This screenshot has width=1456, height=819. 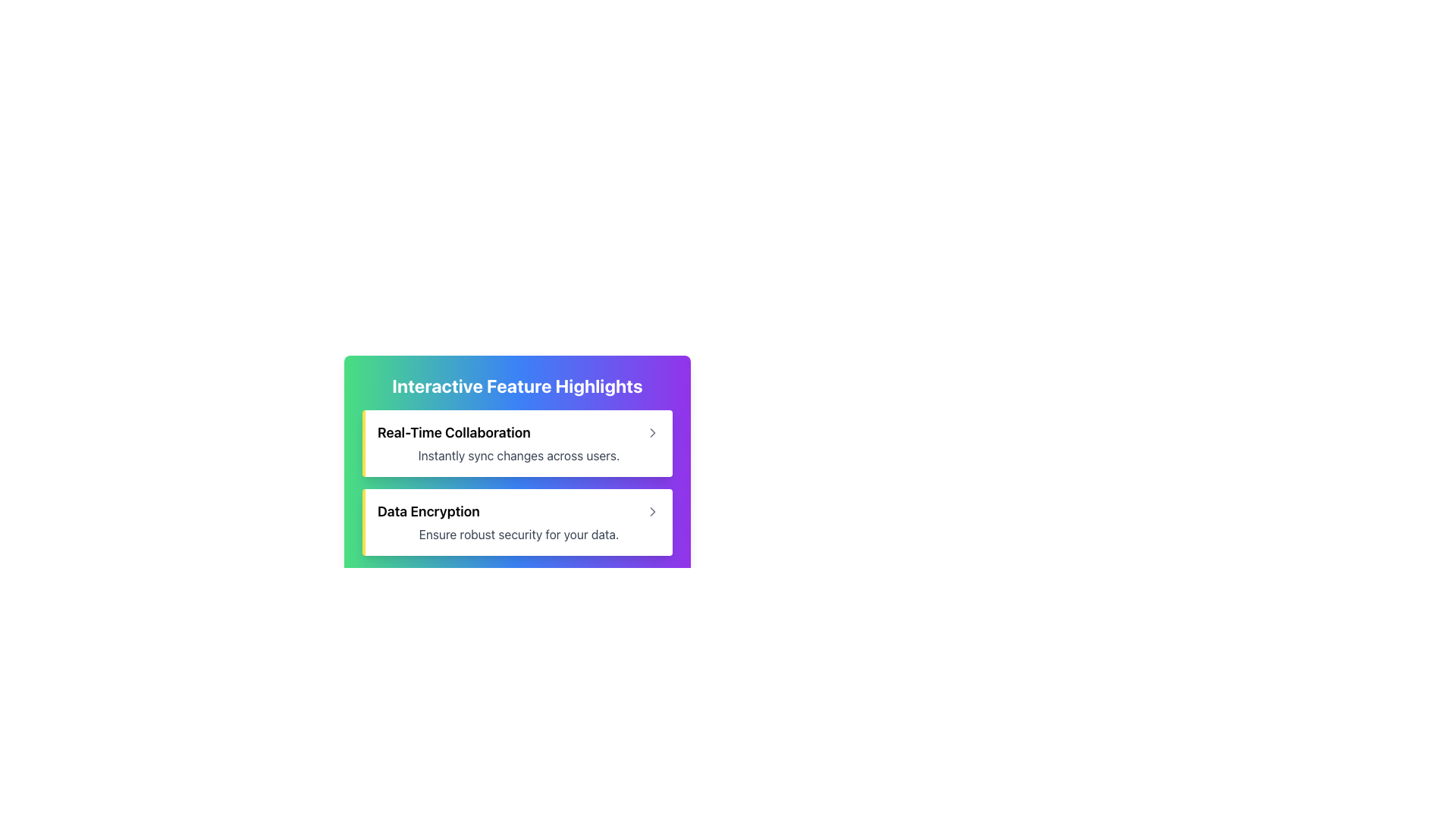 What do you see at coordinates (453, 432) in the screenshot?
I see `the bold, black text label stating 'Real-Time Collaboration' prominently displayed in the top left corner of the 'Interactive Feature Highlights' card` at bounding box center [453, 432].